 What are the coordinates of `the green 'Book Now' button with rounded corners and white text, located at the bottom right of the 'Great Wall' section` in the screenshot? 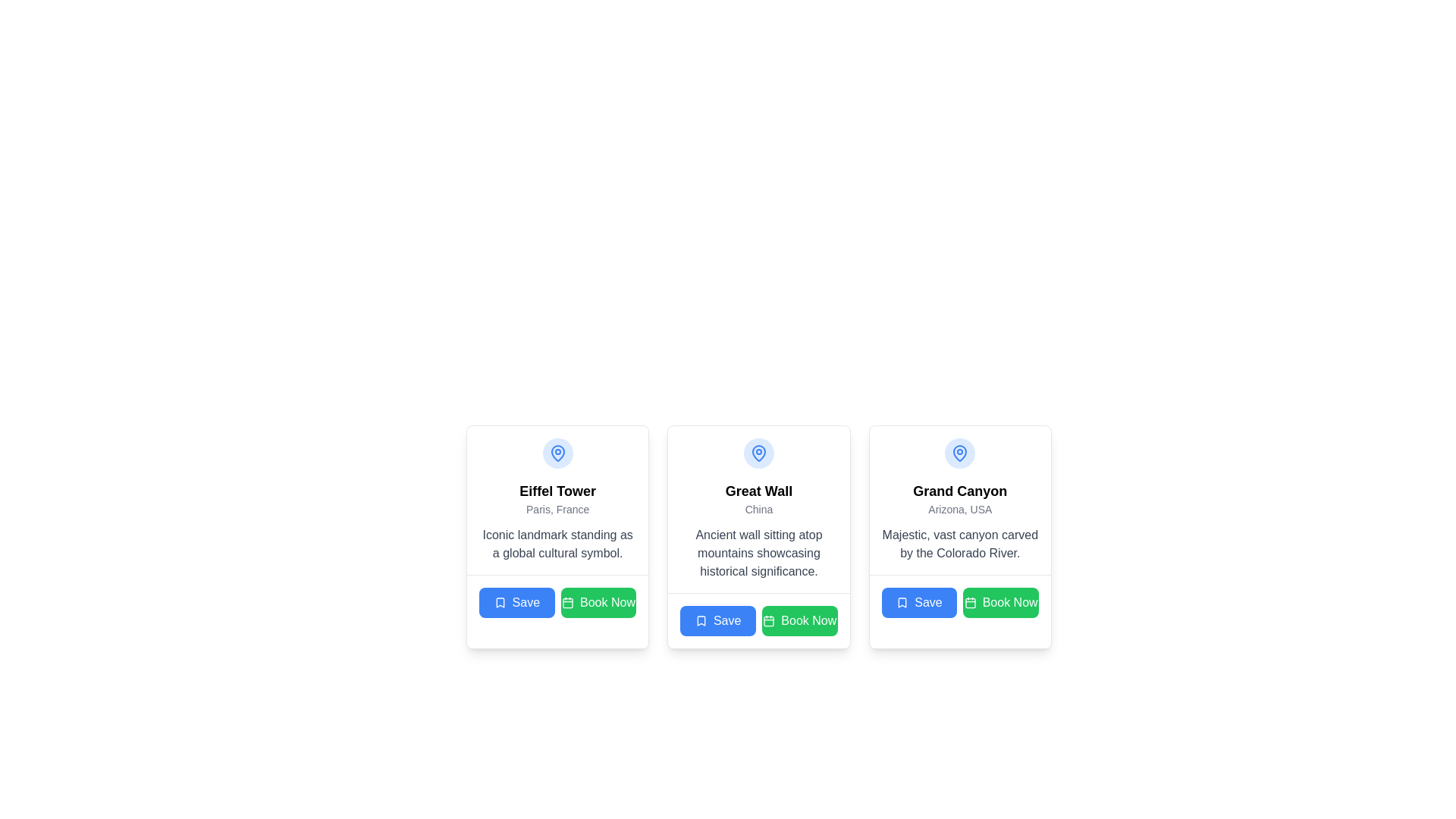 It's located at (799, 620).